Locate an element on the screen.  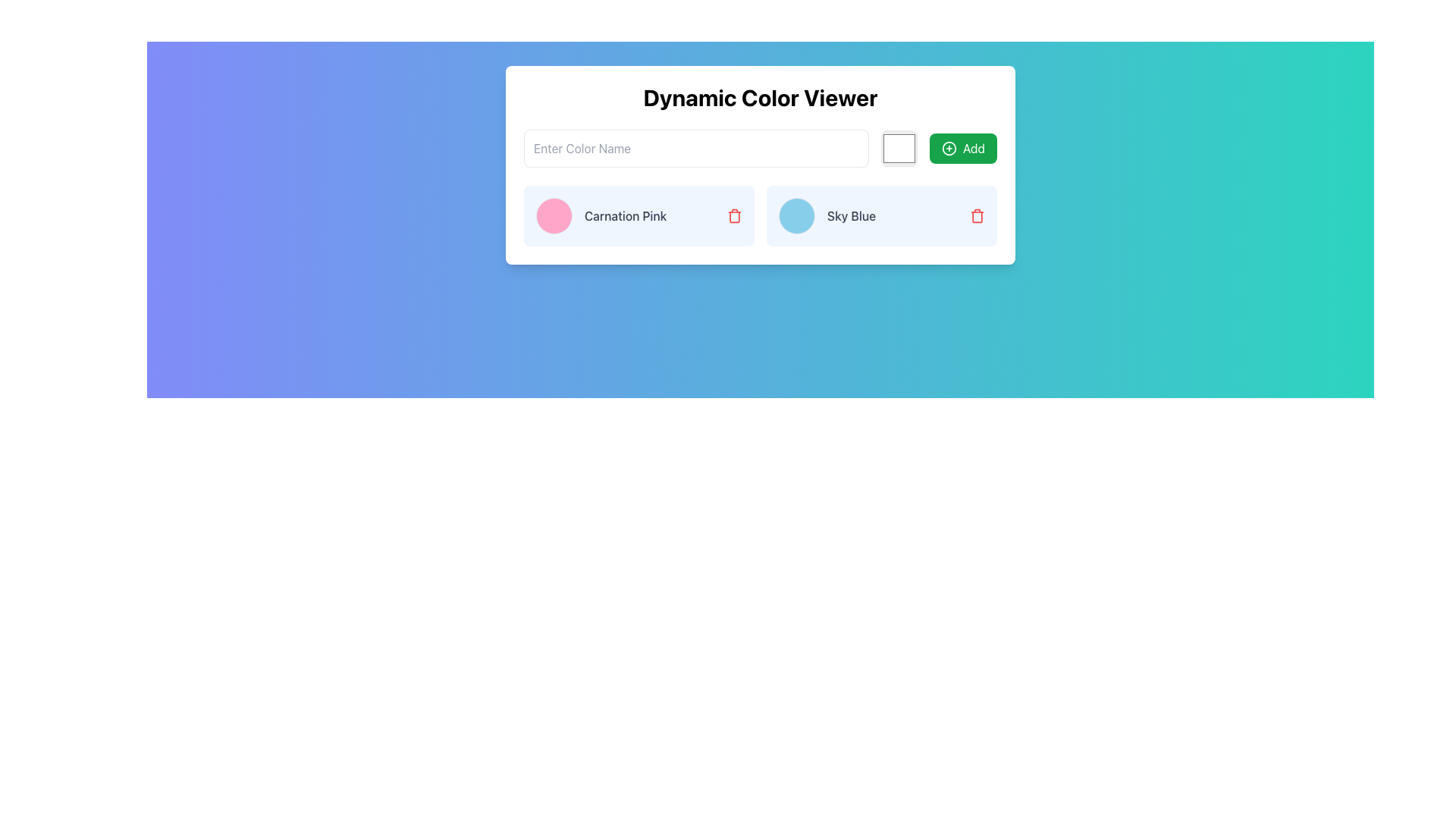
the color indicator representing 'Sky Blue', located immediately to the left of the text 'Sky Blue' and before a delete button is located at coordinates (796, 216).